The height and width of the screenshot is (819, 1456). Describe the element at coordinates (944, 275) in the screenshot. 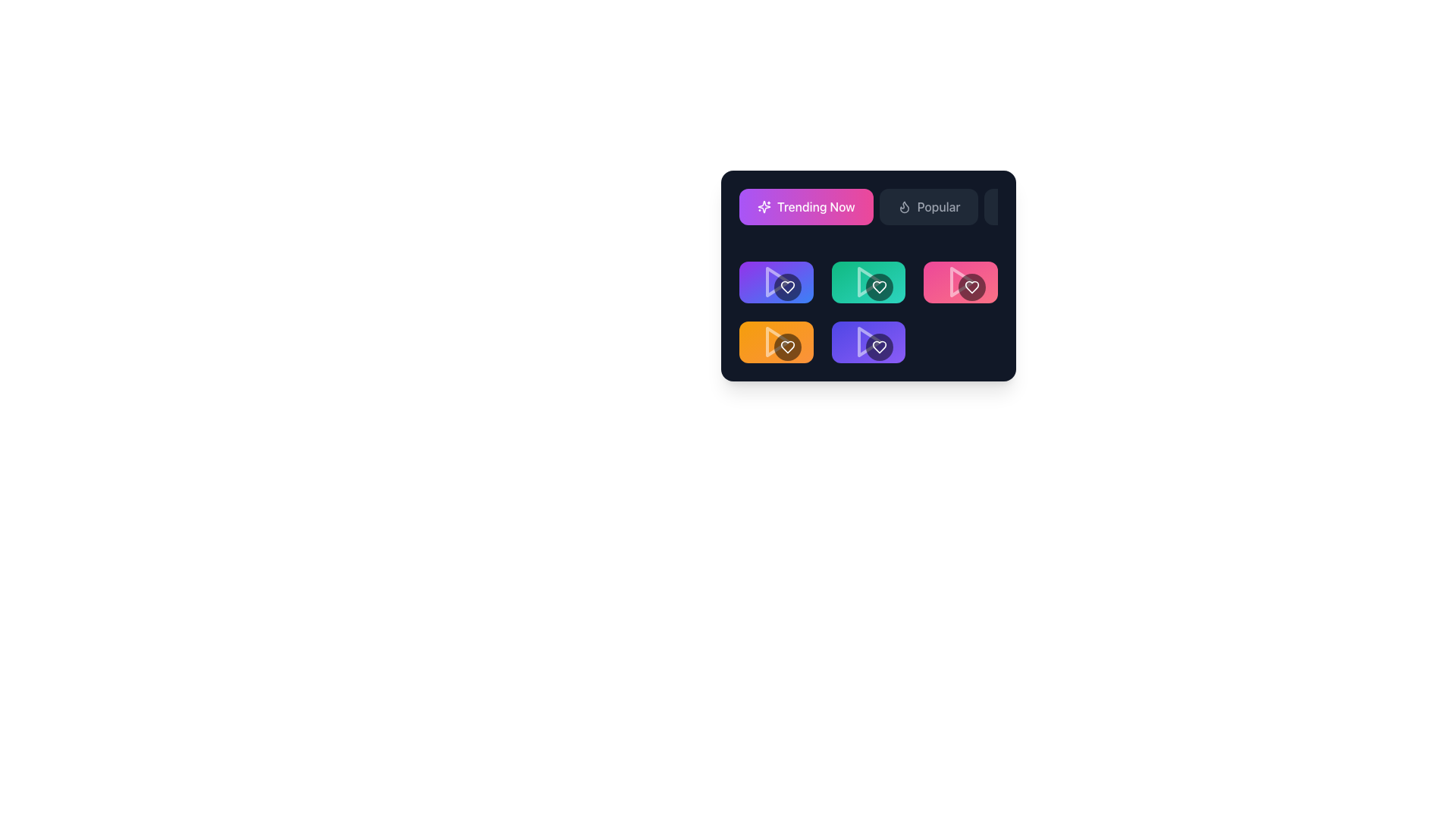

I see `the sharing icon, which resembles a graph network with a central node and three surrounding circular nodes, located within a pink gradient button on the right side of the second row` at that location.